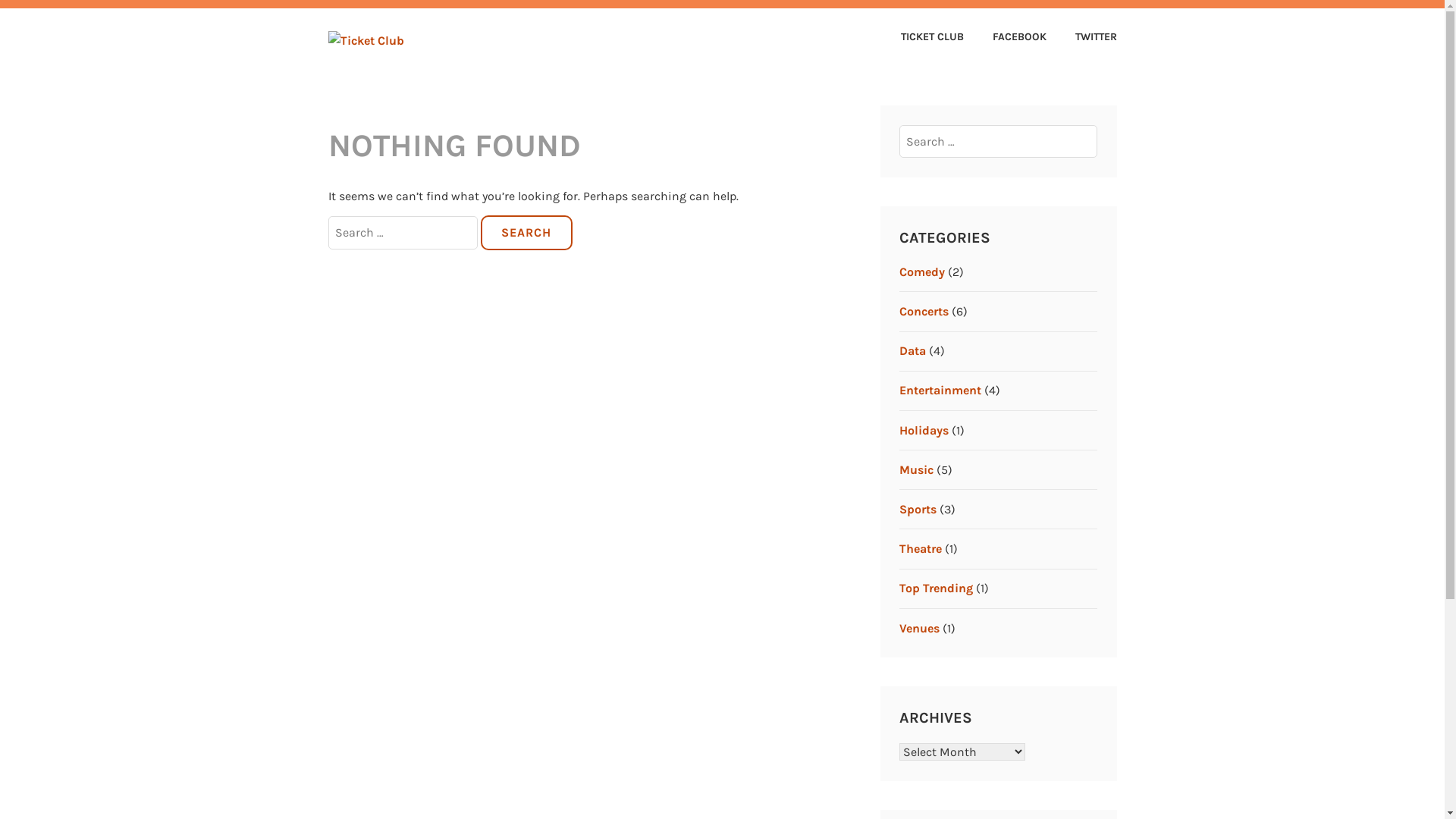  Describe the element at coordinates (921, 271) in the screenshot. I see `'Comedy'` at that location.